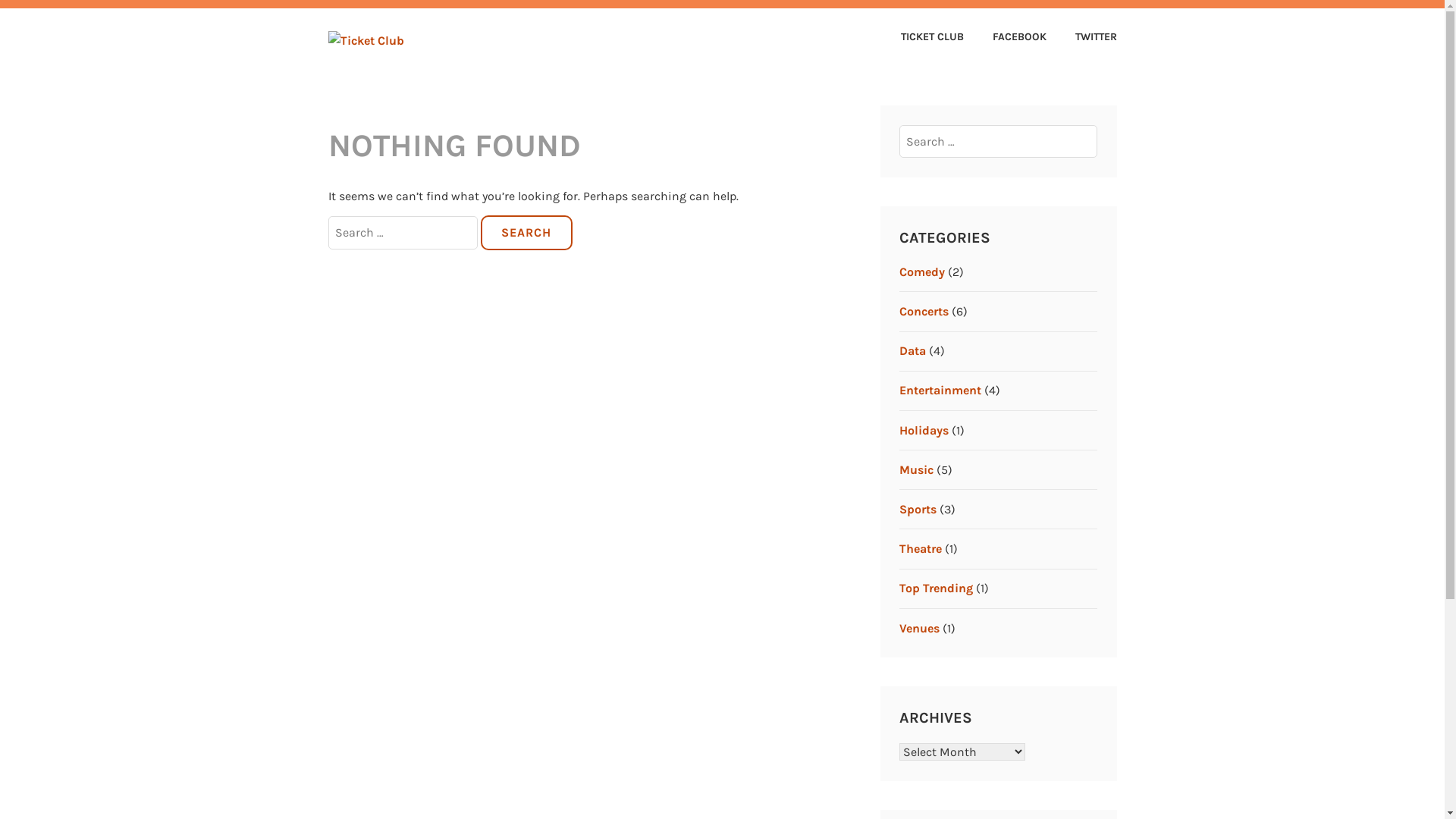  Describe the element at coordinates (921, 271) in the screenshot. I see `'Comedy'` at that location.